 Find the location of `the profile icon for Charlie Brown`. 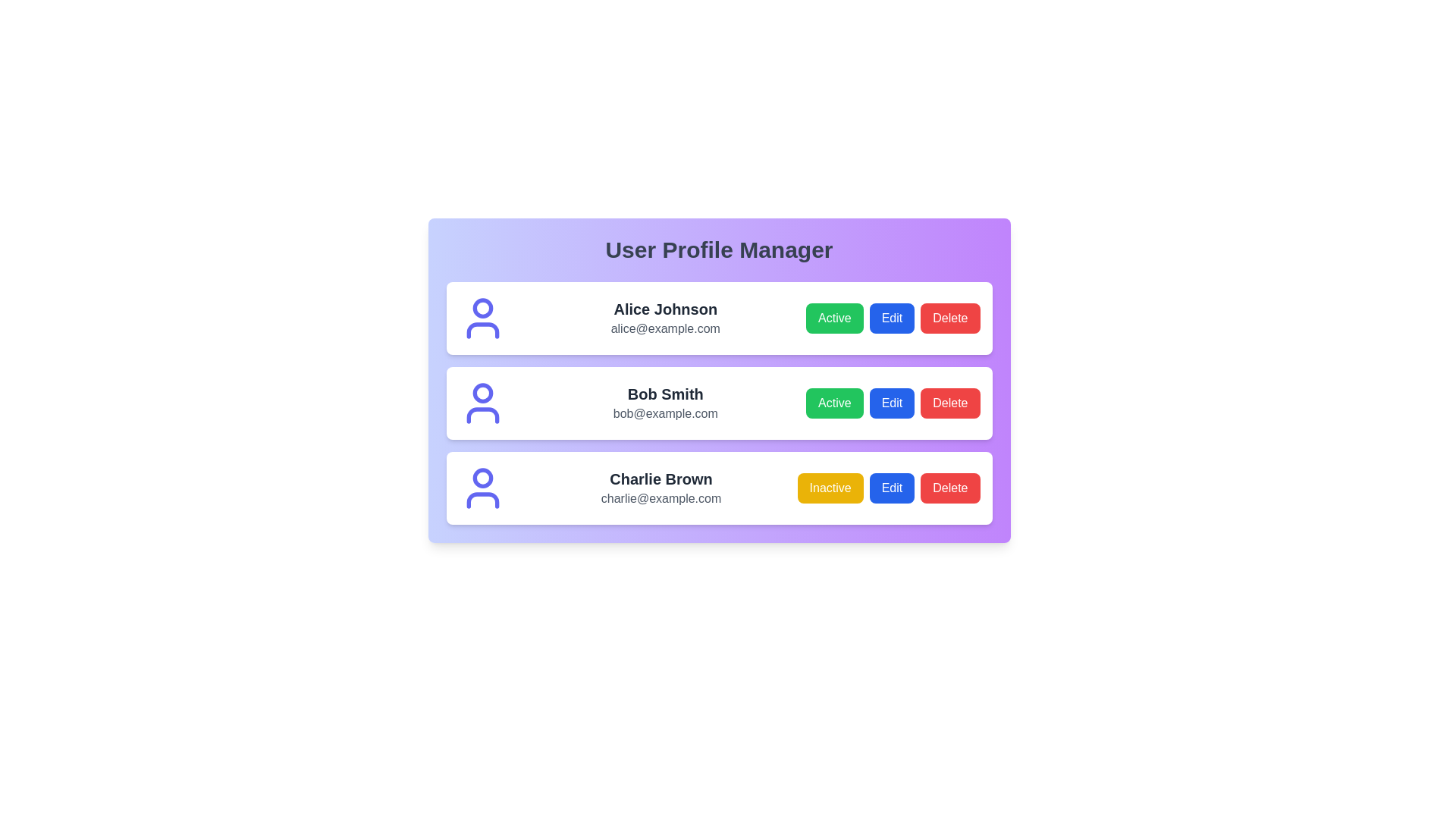

the profile icon for Charlie Brown is located at coordinates (482, 488).